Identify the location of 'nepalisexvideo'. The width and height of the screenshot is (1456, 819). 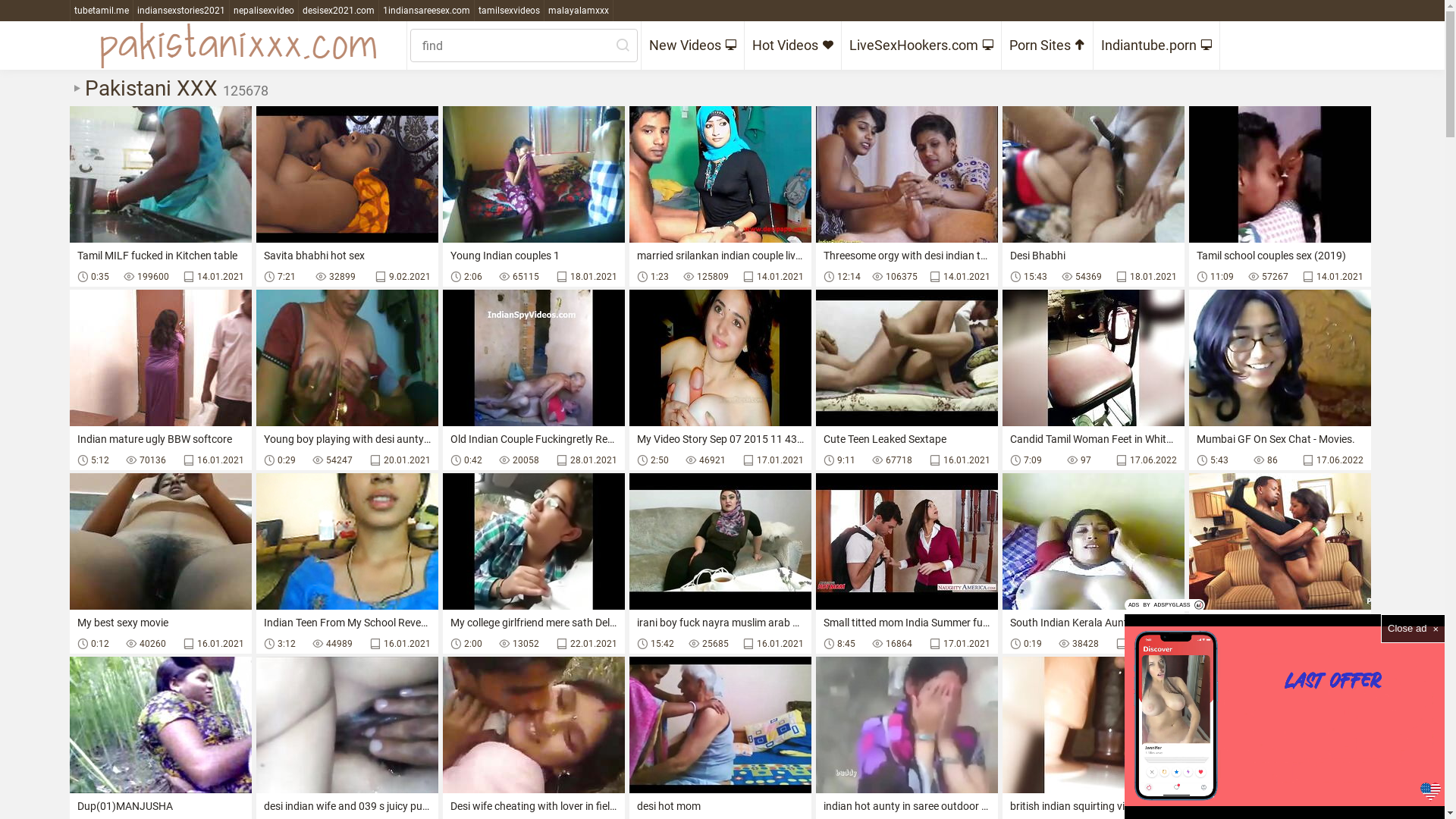
(263, 11).